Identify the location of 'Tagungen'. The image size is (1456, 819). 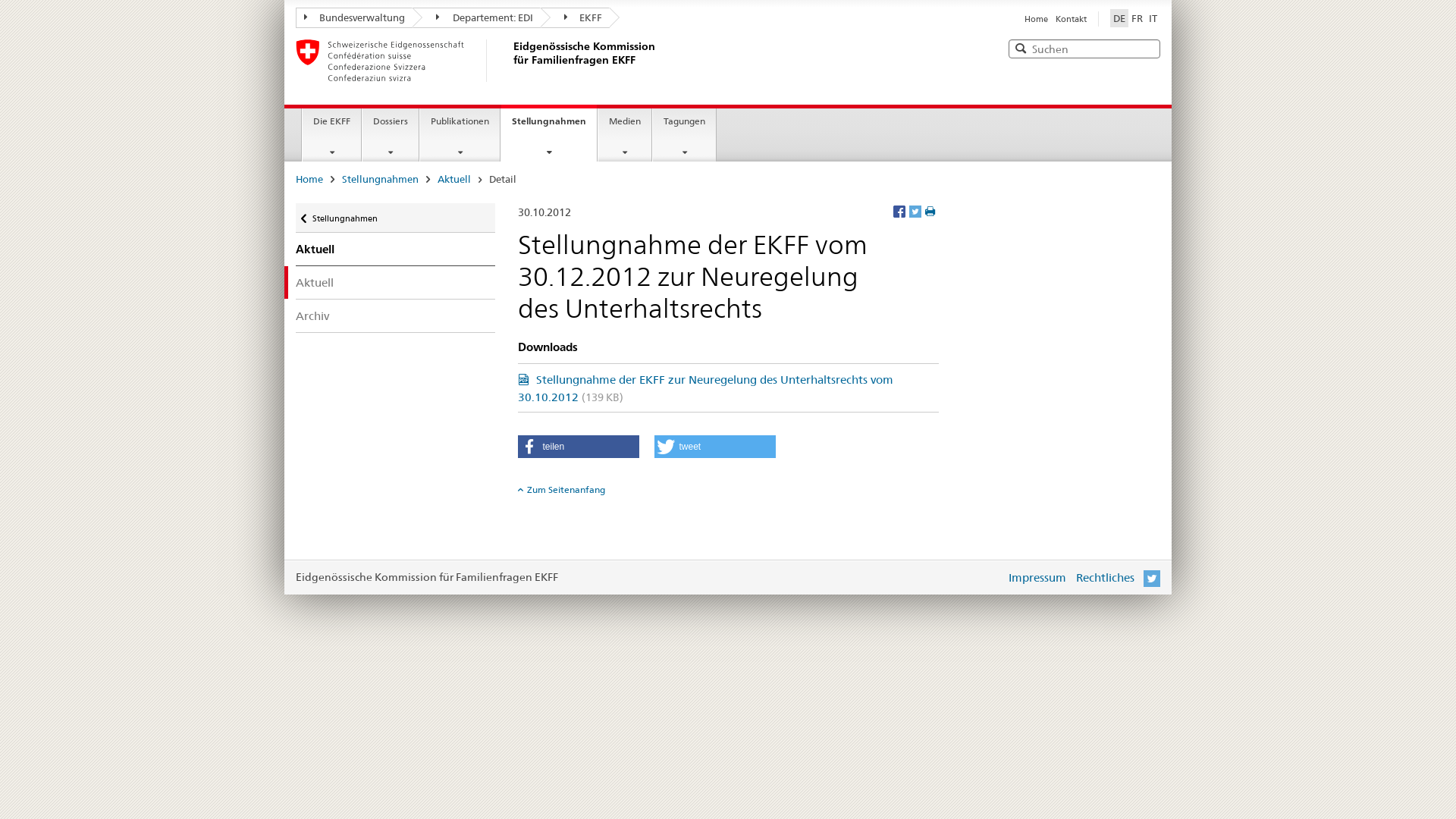
(683, 133).